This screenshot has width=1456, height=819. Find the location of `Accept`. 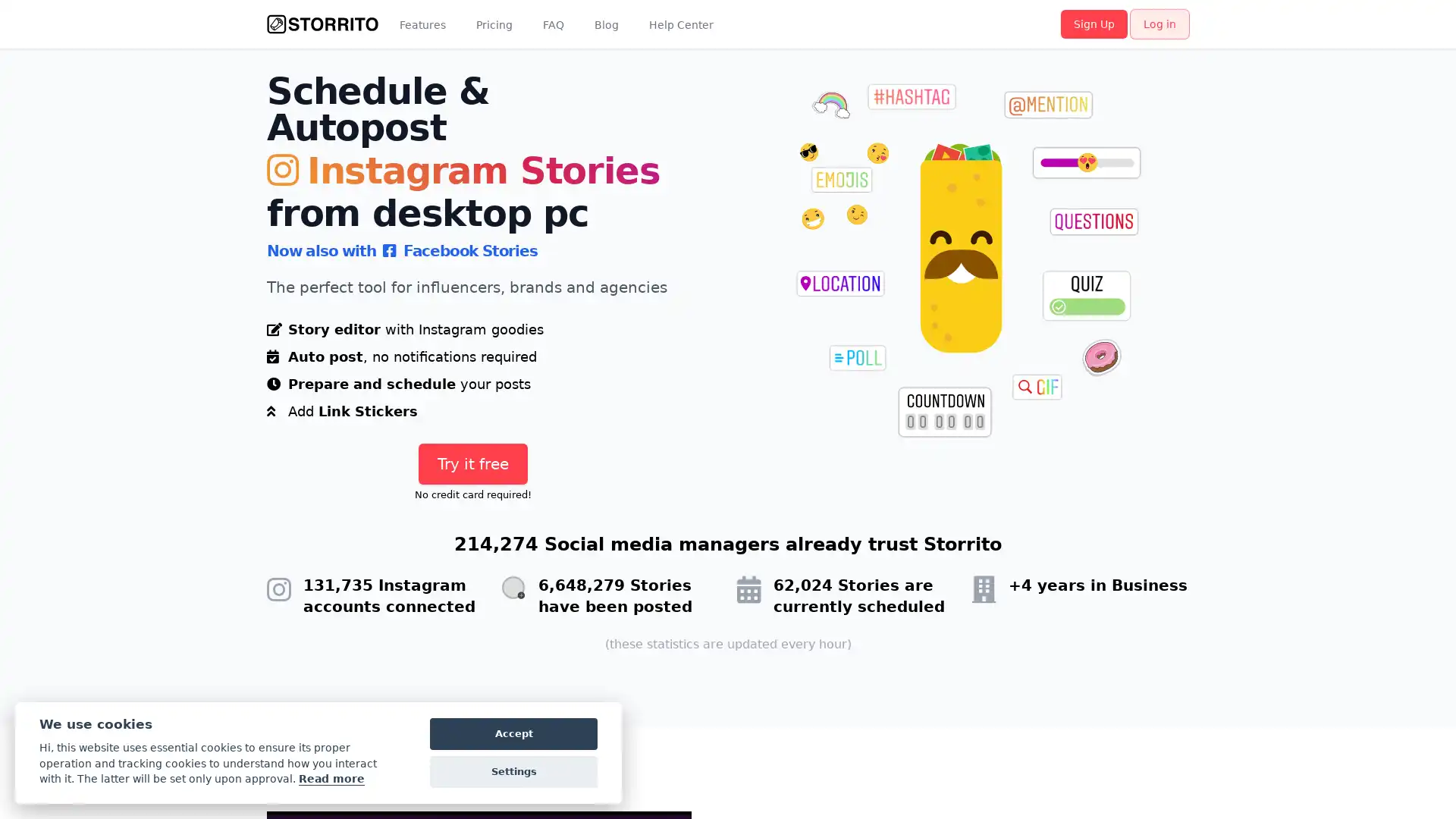

Accept is located at coordinates (513, 733).